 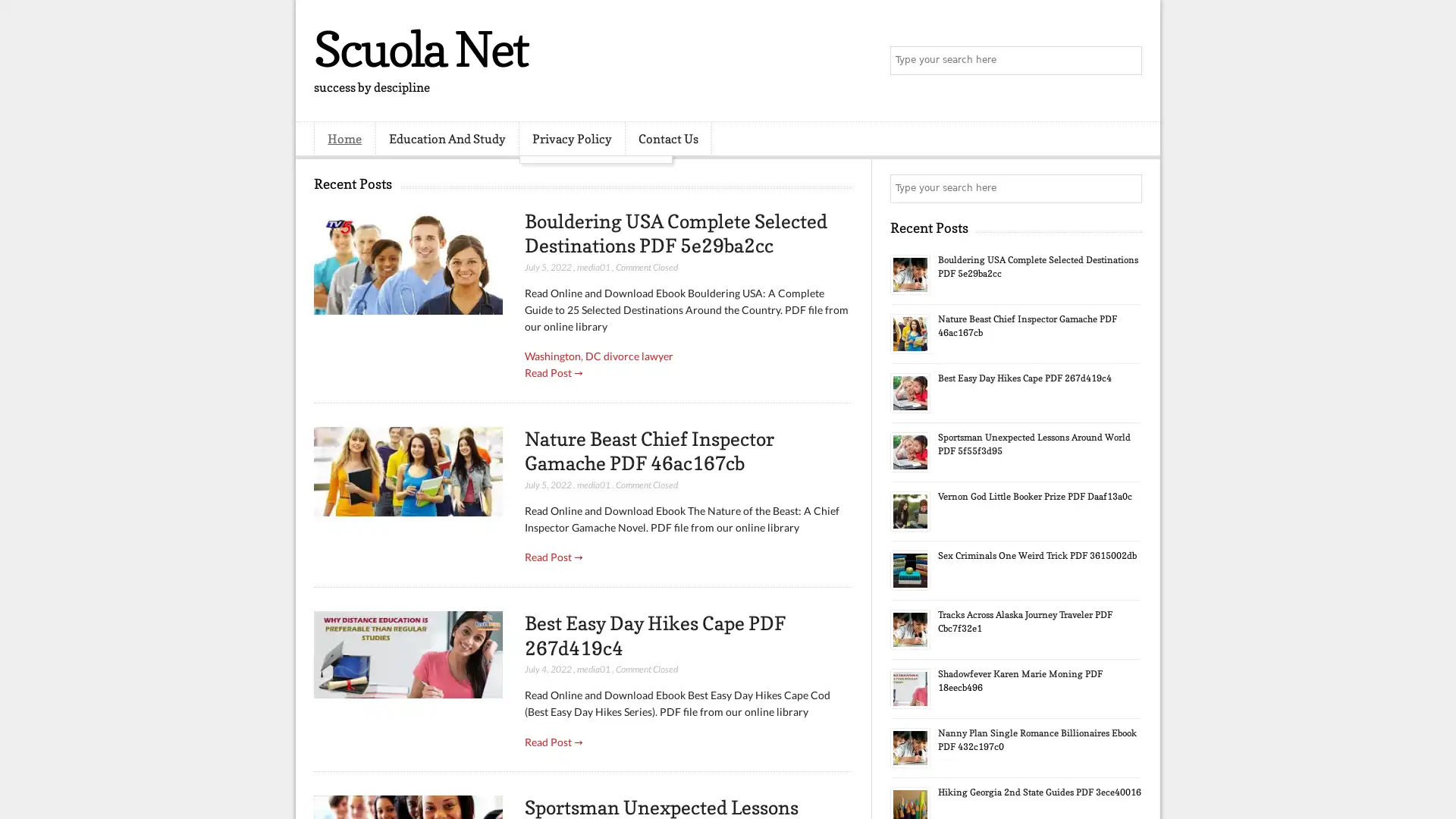 I want to click on Search, so click(x=1126, y=61).